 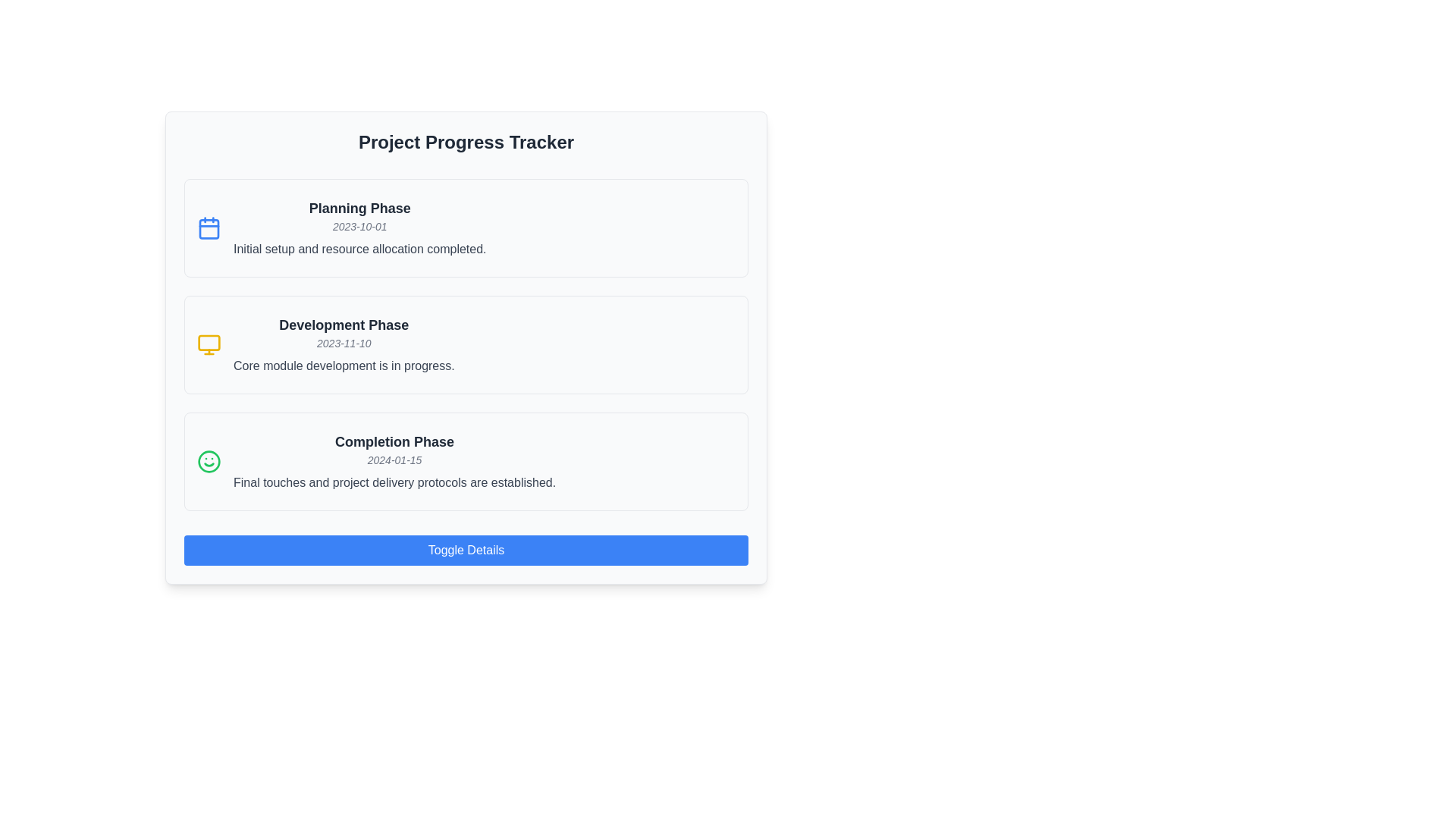 What do you see at coordinates (208, 342) in the screenshot?
I see `the Decorative SVG Shape that is a rectangular element with rounded corners, located at the center of a monitor-like SVG icon in the 'Development Phase' section of the 'Project Progress Tracker' interface` at bounding box center [208, 342].